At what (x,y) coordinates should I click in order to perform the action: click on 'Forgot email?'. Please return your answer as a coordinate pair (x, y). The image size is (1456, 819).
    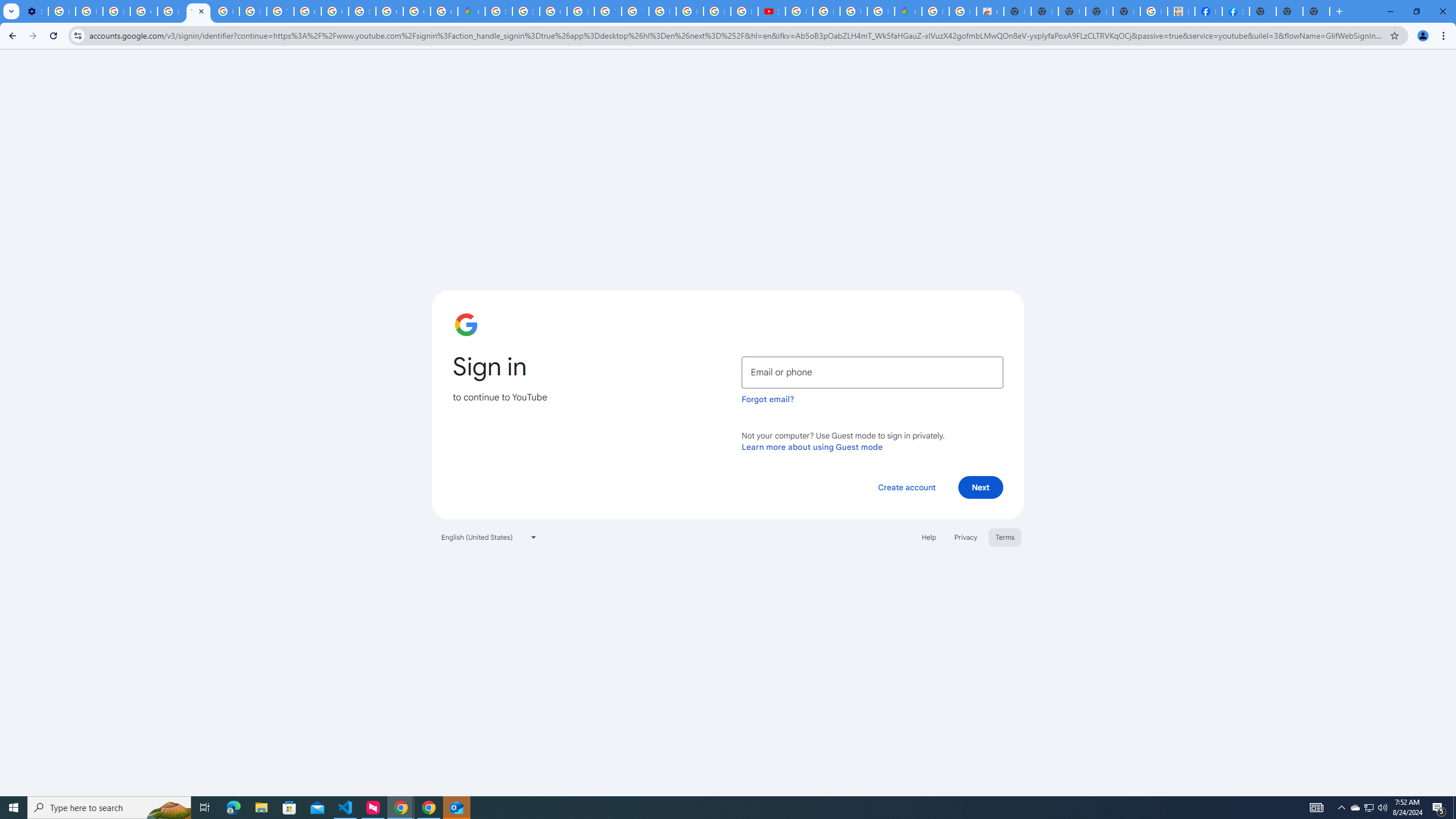
    Looking at the image, I should click on (767, 399).